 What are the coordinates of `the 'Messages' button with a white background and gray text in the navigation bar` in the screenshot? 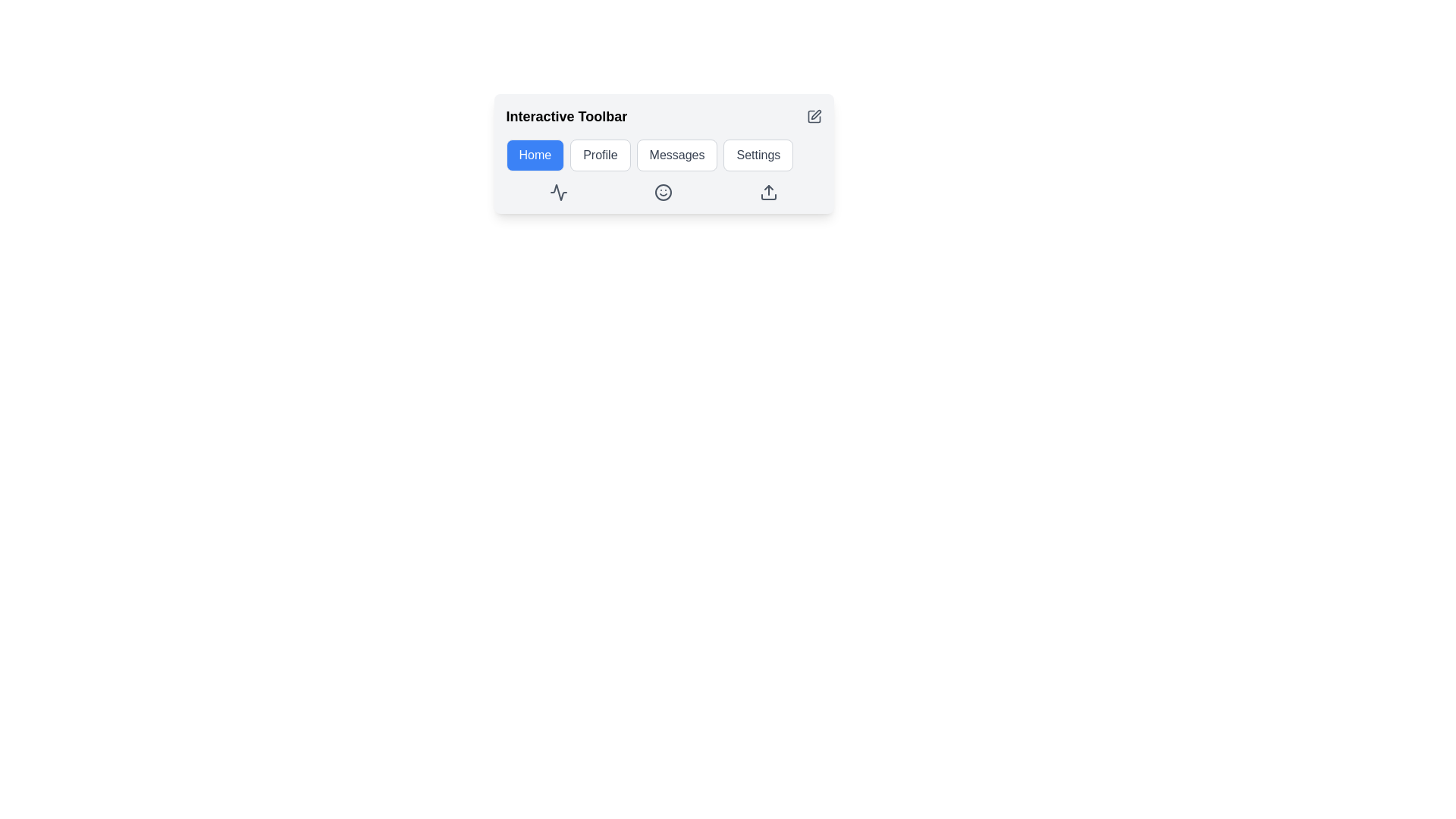 It's located at (676, 155).